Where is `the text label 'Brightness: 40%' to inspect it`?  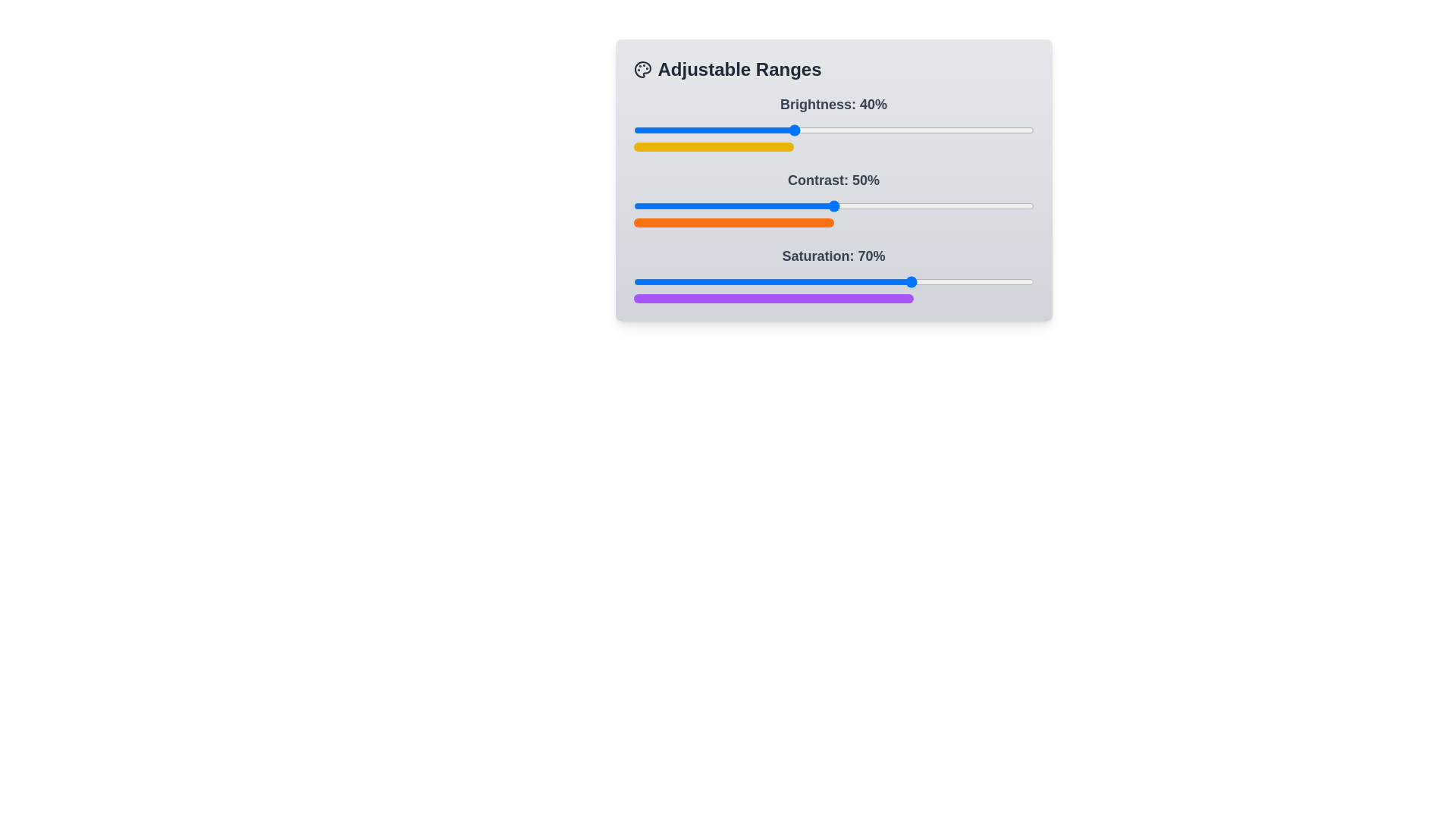 the text label 'Brightness: 40%' to inspect it is located at coordinates (833, 104).